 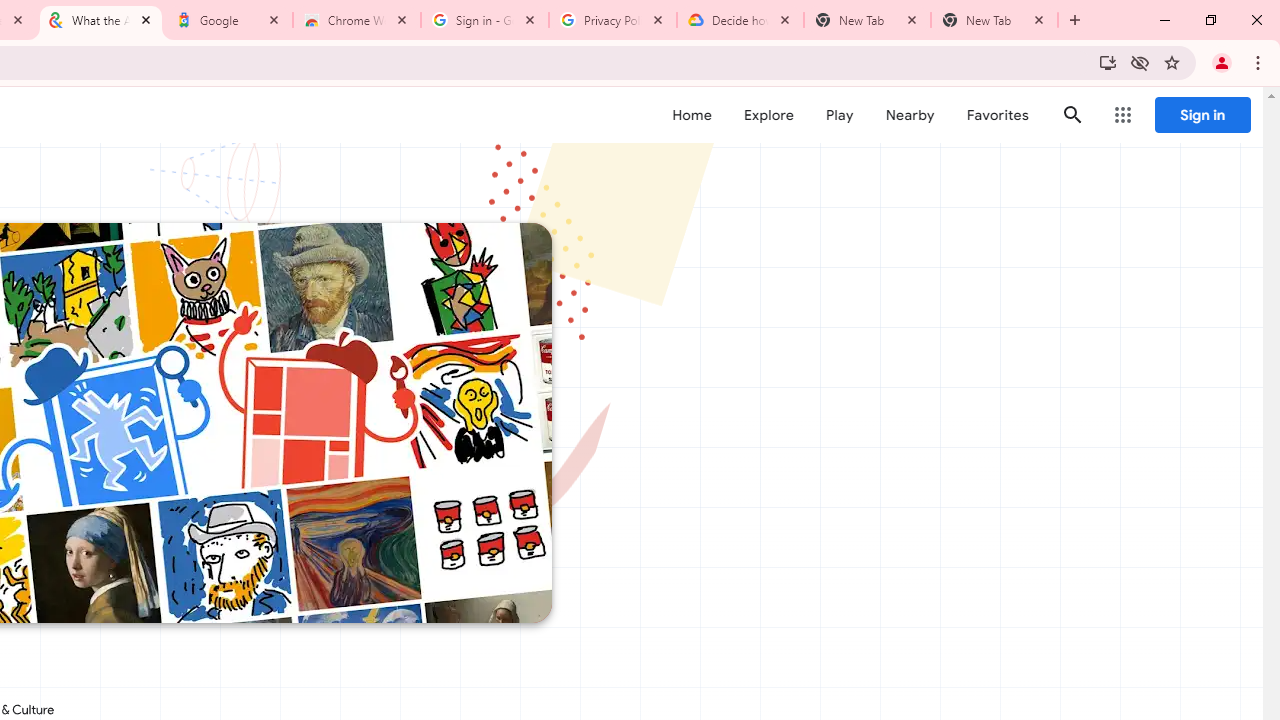 What do you see at coordinates (767, 115) in the screenshot?
I see `'Explore'` at bounding box center [767, 115].